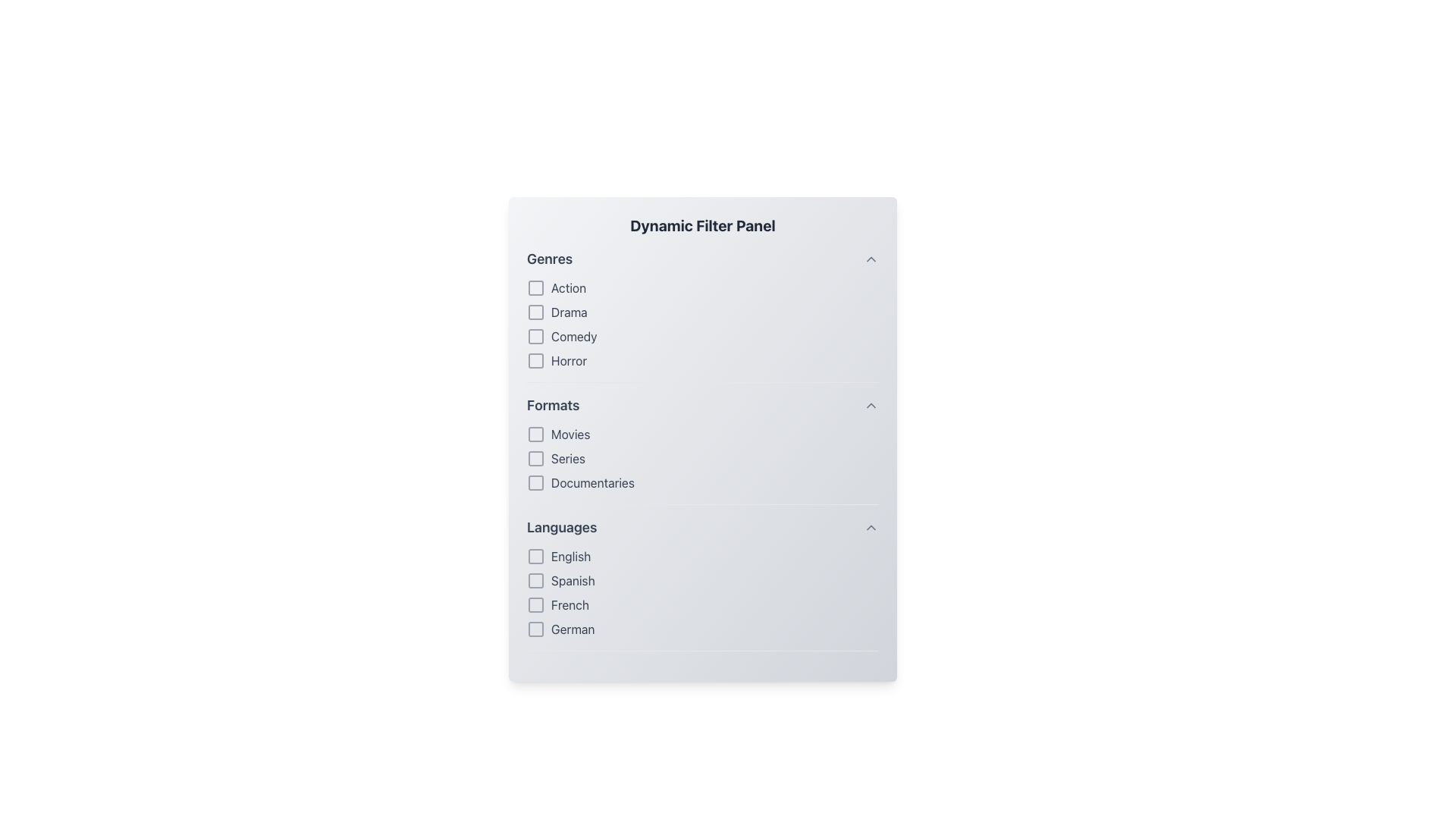  I want to click on the checkbox labeled 'French', so click(701, 604).